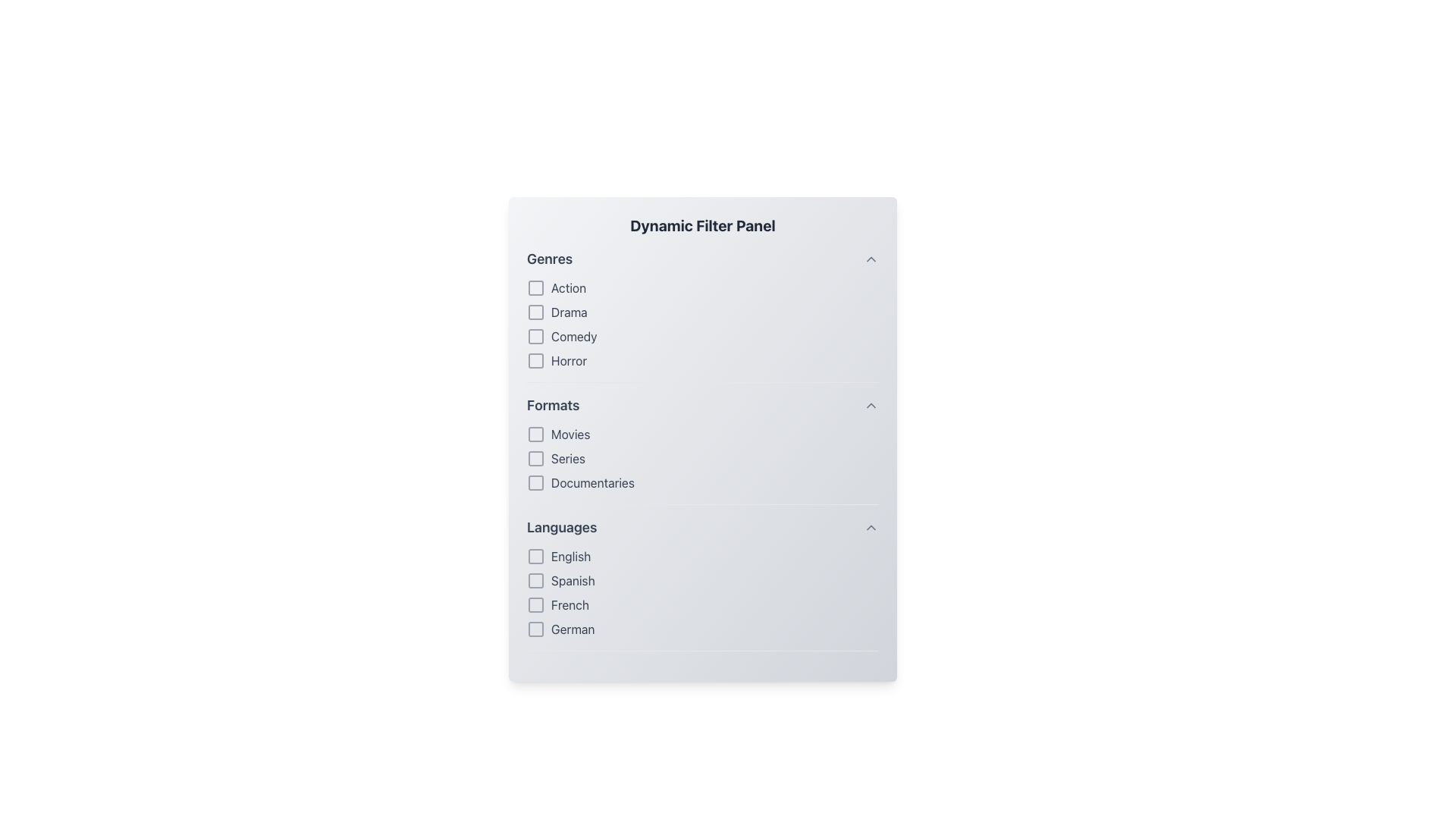  I want to click on the checkbox labeled 'French', so click(701, 604).